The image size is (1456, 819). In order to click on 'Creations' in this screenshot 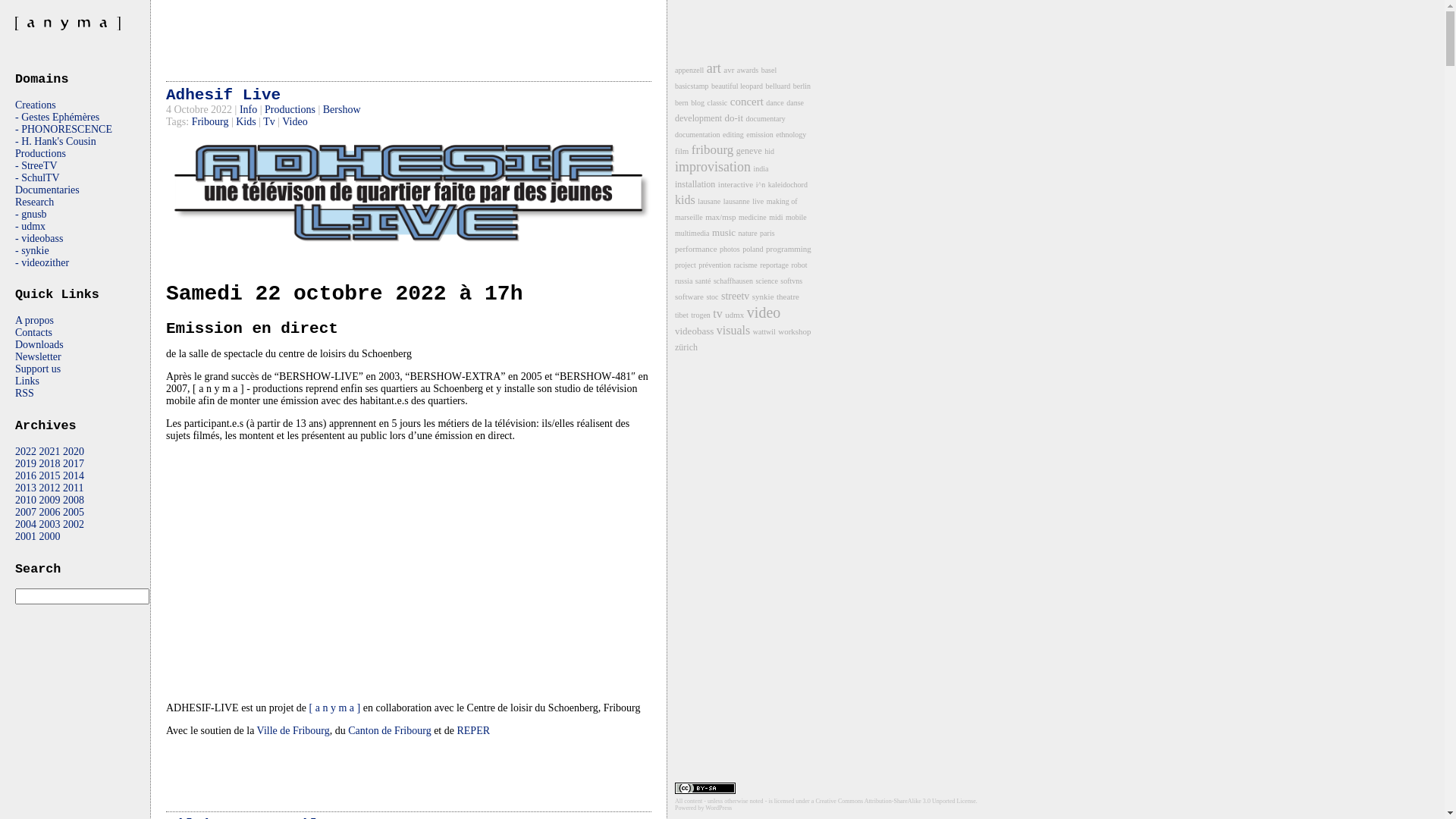, I will do `click(14, 104)`.